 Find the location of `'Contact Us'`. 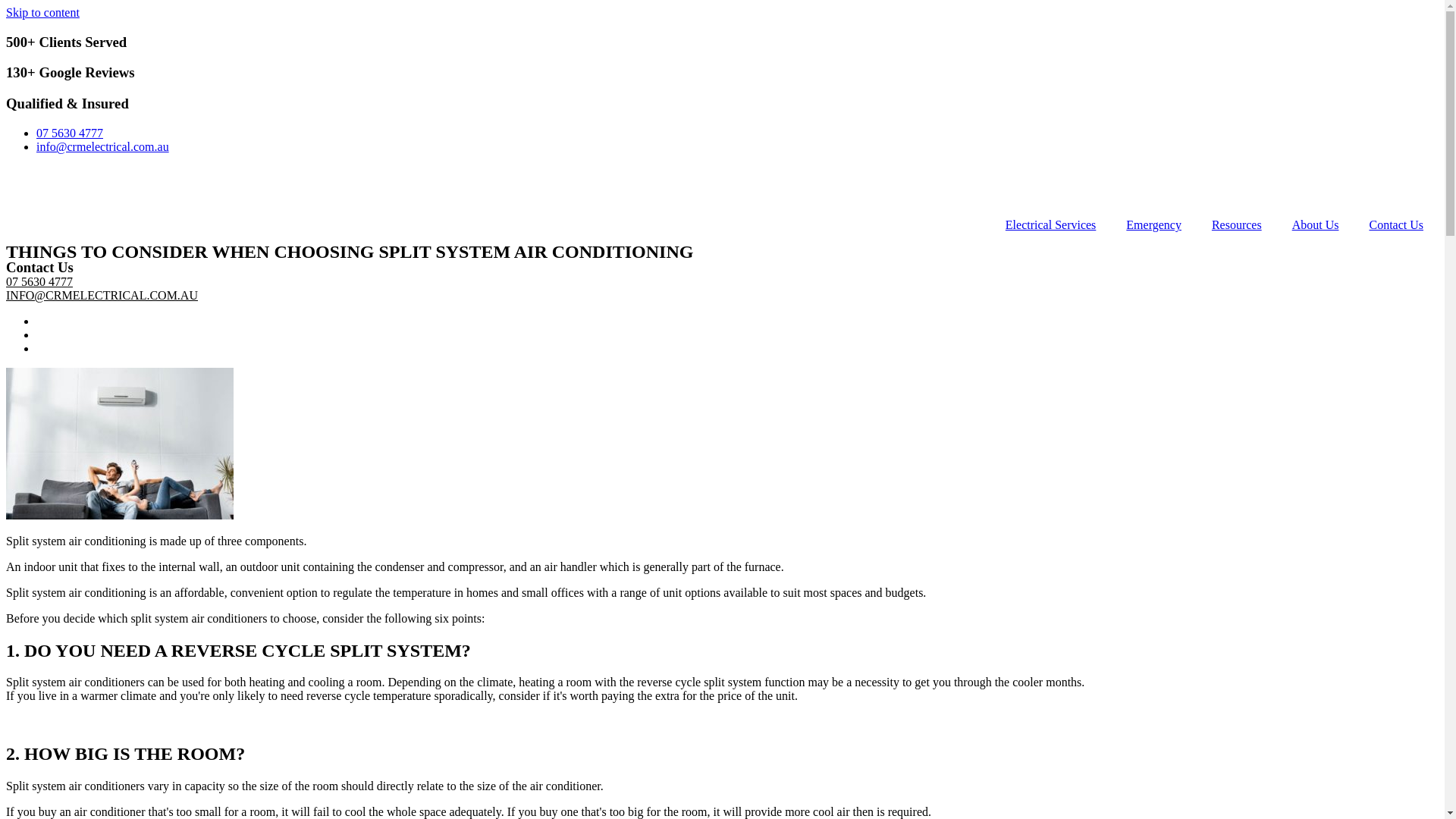

'Contact Us' is located at coordinates (1395, 225).